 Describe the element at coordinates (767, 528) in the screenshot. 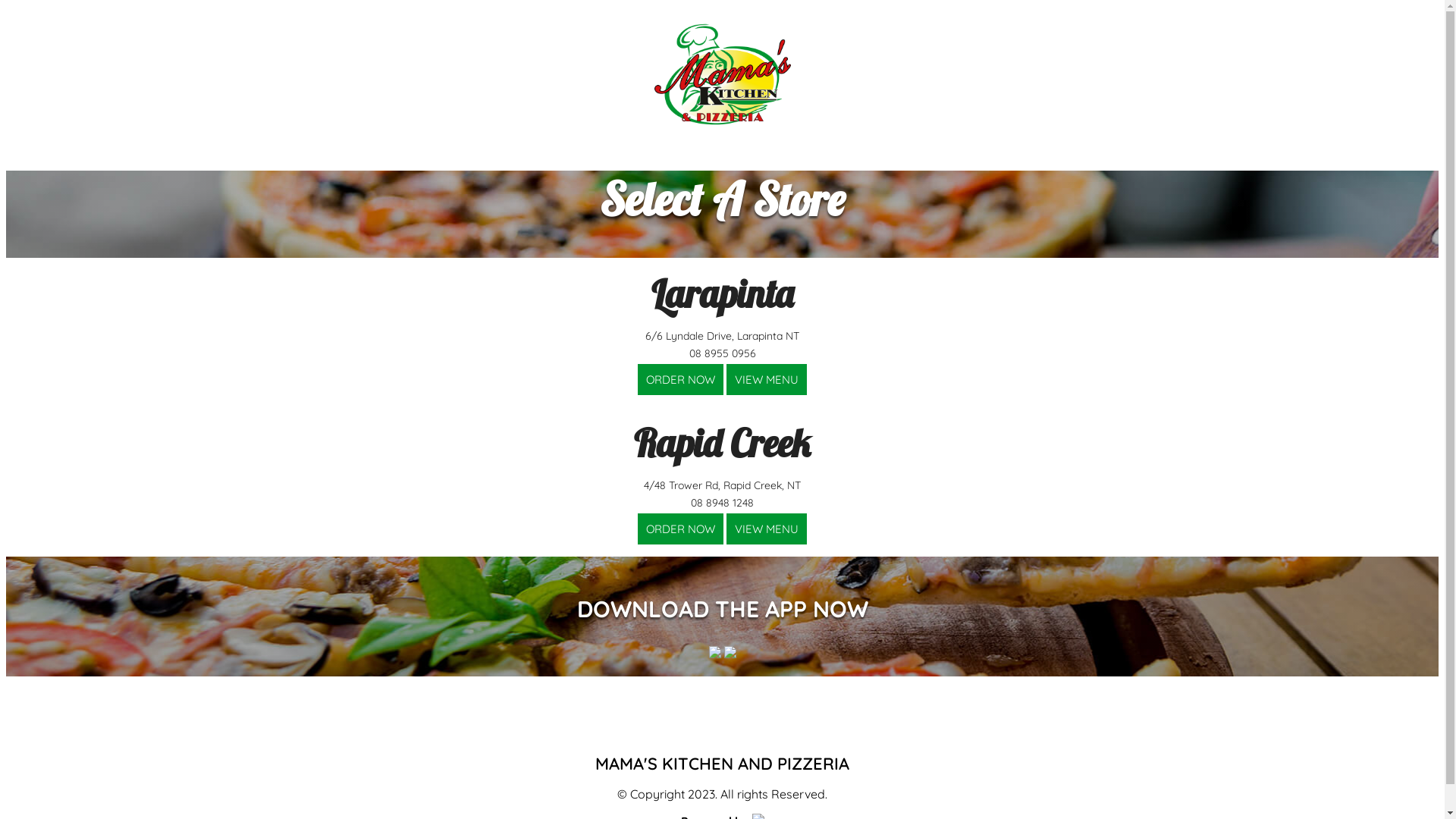

I see `'VIEW MENU'` at that location.